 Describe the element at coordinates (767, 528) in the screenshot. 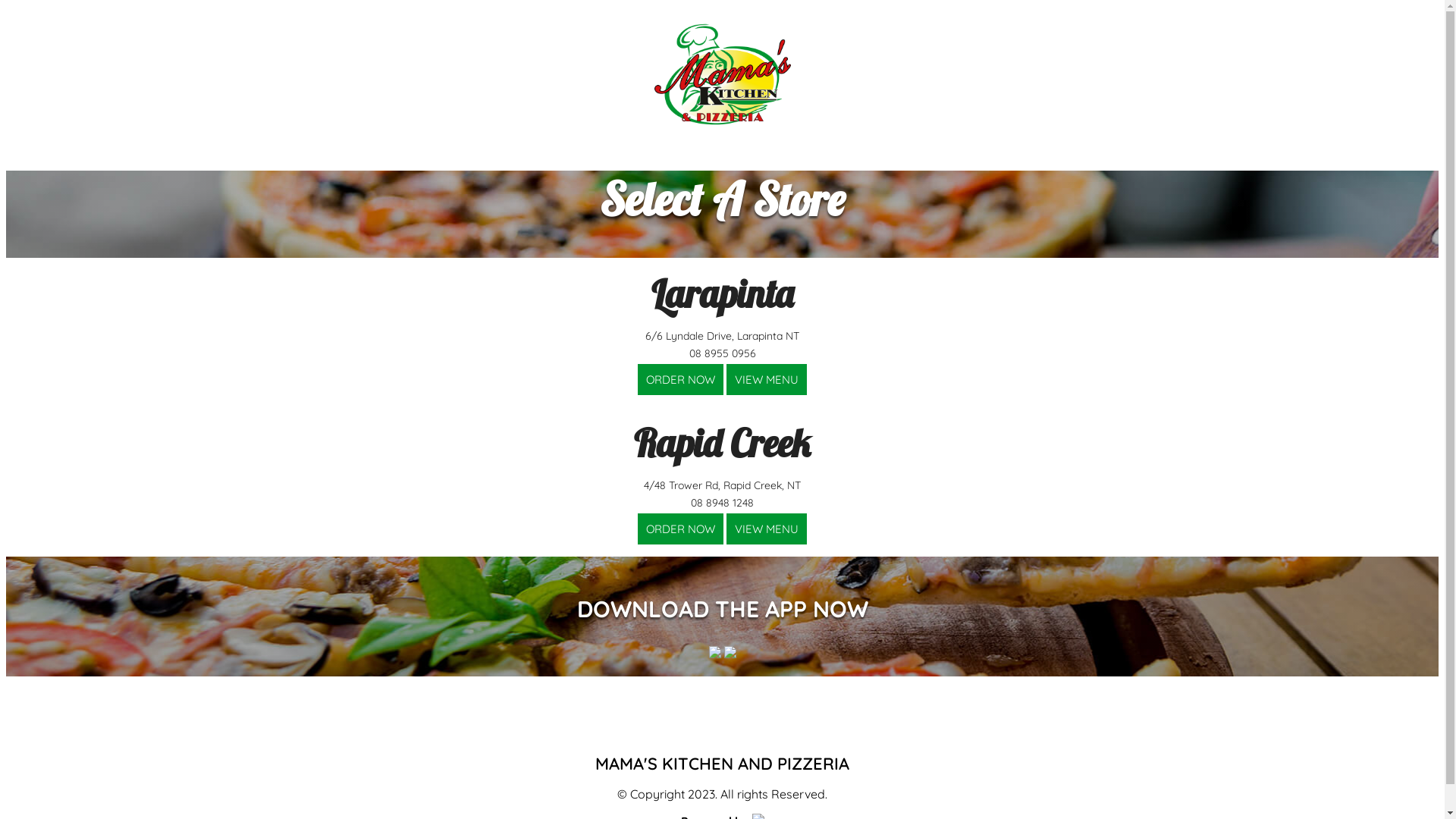

I see `'VIEW MENU'` at that location.